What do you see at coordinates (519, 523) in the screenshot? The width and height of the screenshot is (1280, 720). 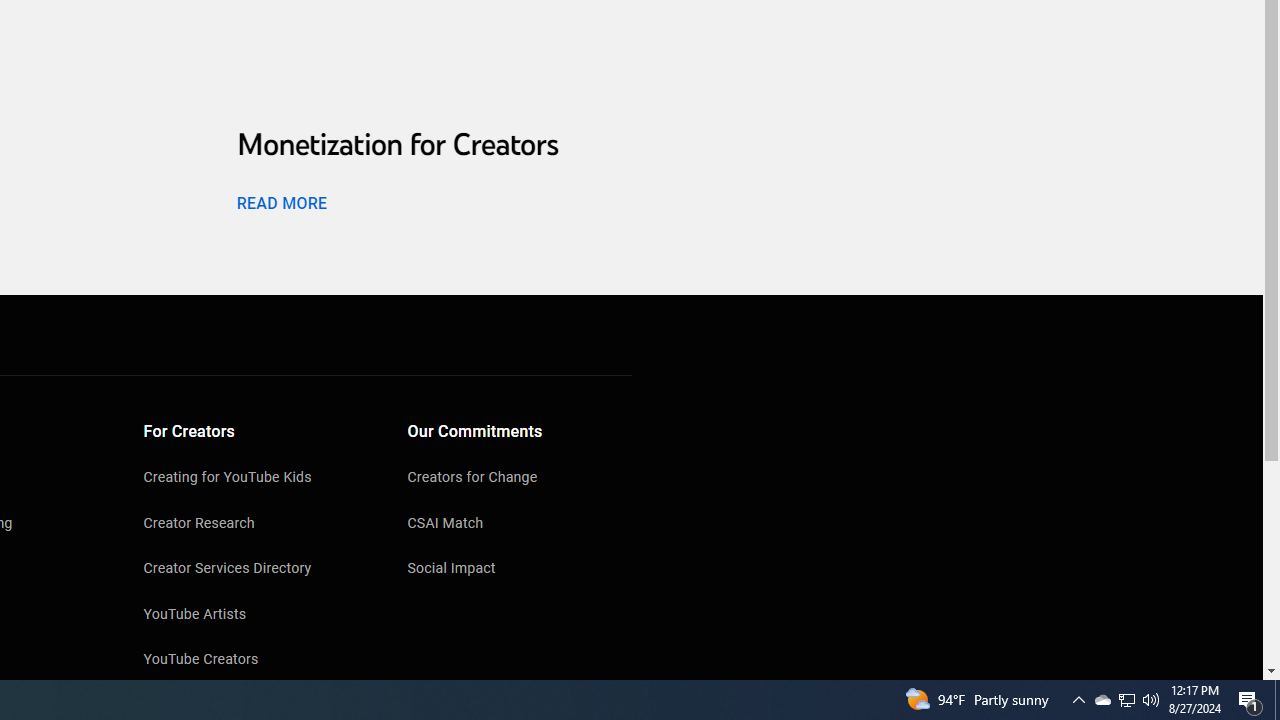 I see `'CSAI Match'` at bounding box center [519, 523].